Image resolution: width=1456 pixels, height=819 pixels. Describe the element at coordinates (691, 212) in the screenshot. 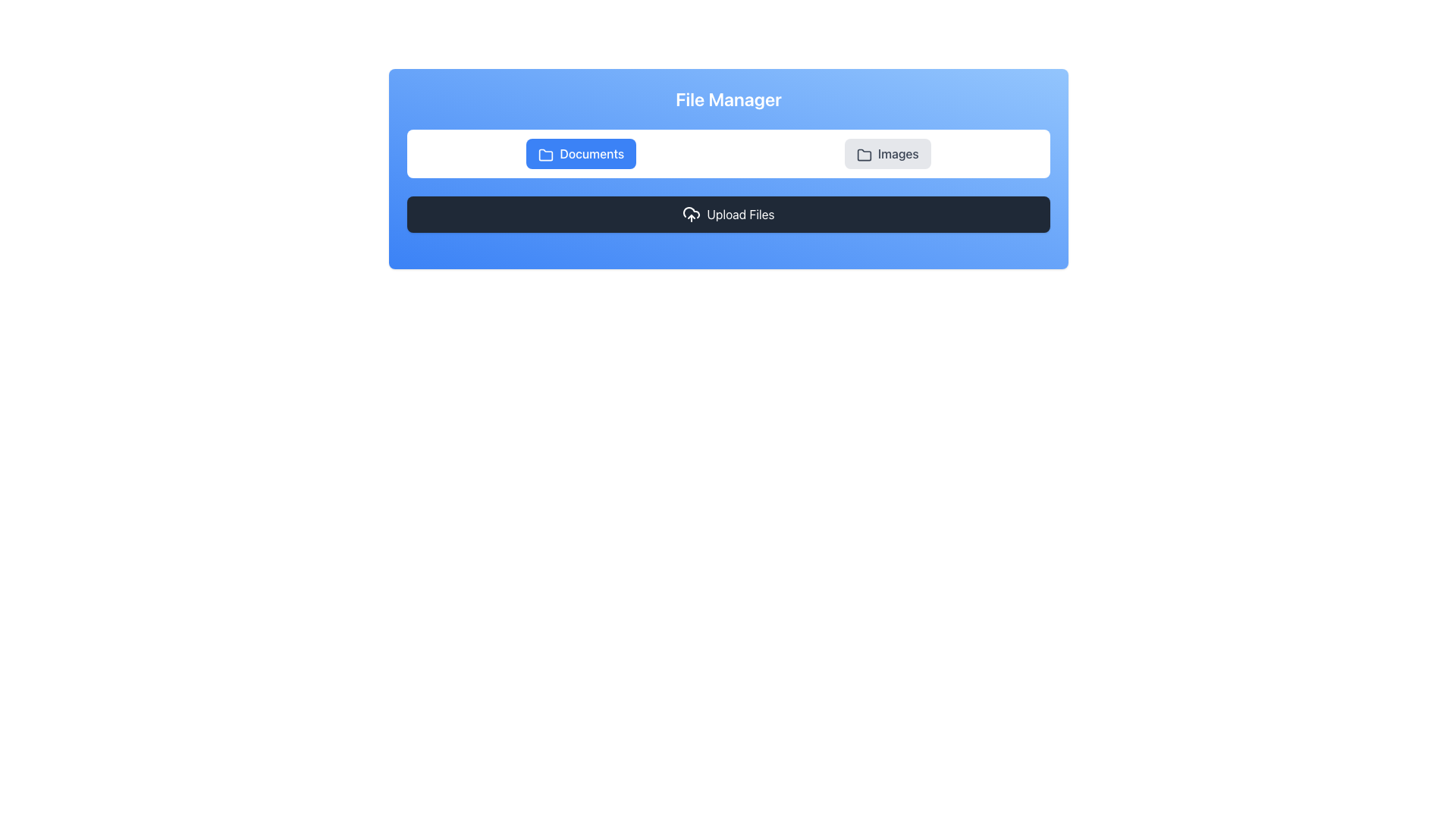

I see `the cloud-upload icon component of the 'Upload Files' button, which visually represents the upload functionality` at that location.